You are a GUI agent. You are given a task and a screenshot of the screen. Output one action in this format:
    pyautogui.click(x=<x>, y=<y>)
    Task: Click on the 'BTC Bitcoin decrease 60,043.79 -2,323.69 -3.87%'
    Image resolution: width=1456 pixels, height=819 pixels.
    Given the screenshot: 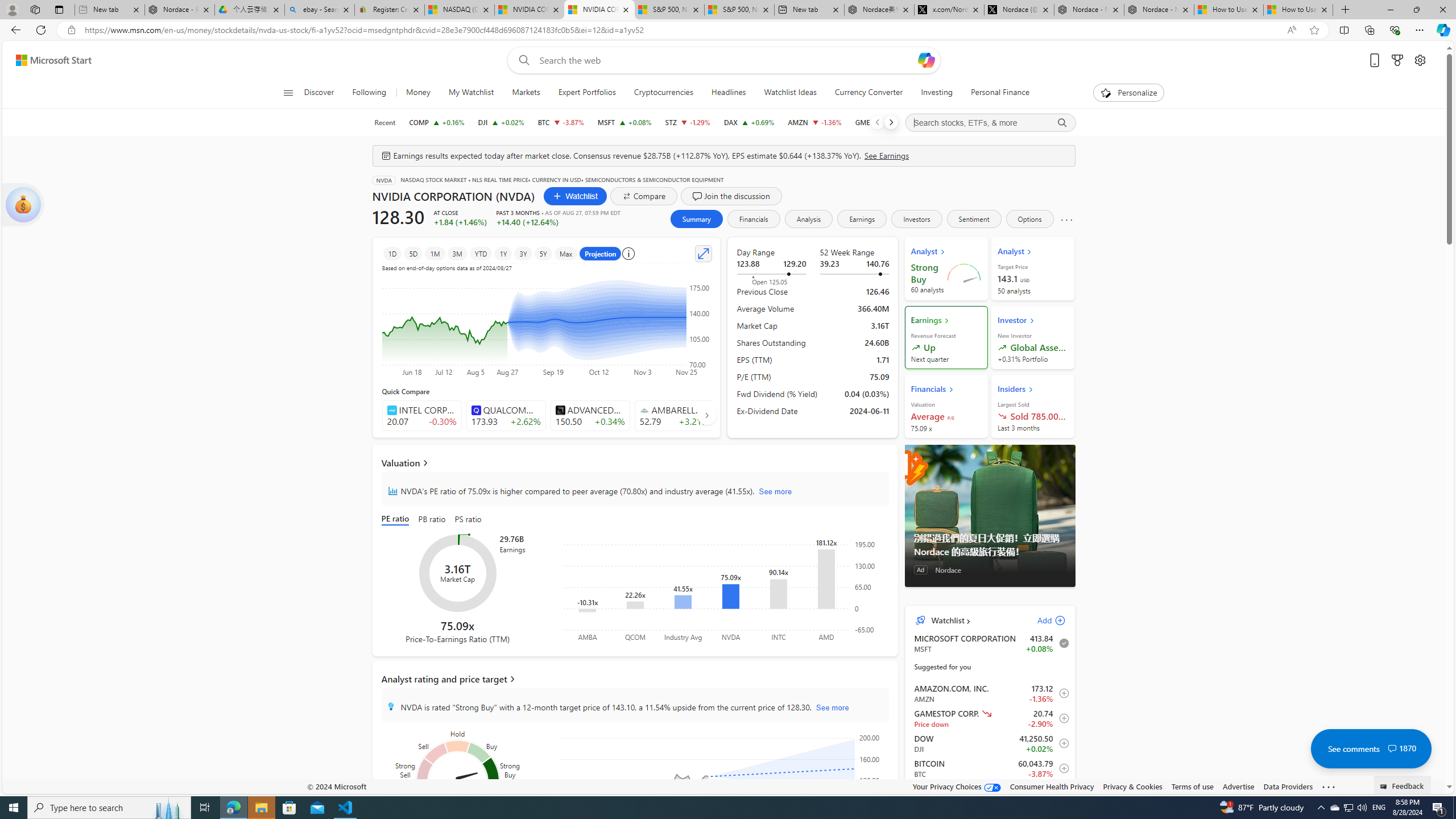 What is the action you would take?
    pyautogui.click(x=560, y=122)
    